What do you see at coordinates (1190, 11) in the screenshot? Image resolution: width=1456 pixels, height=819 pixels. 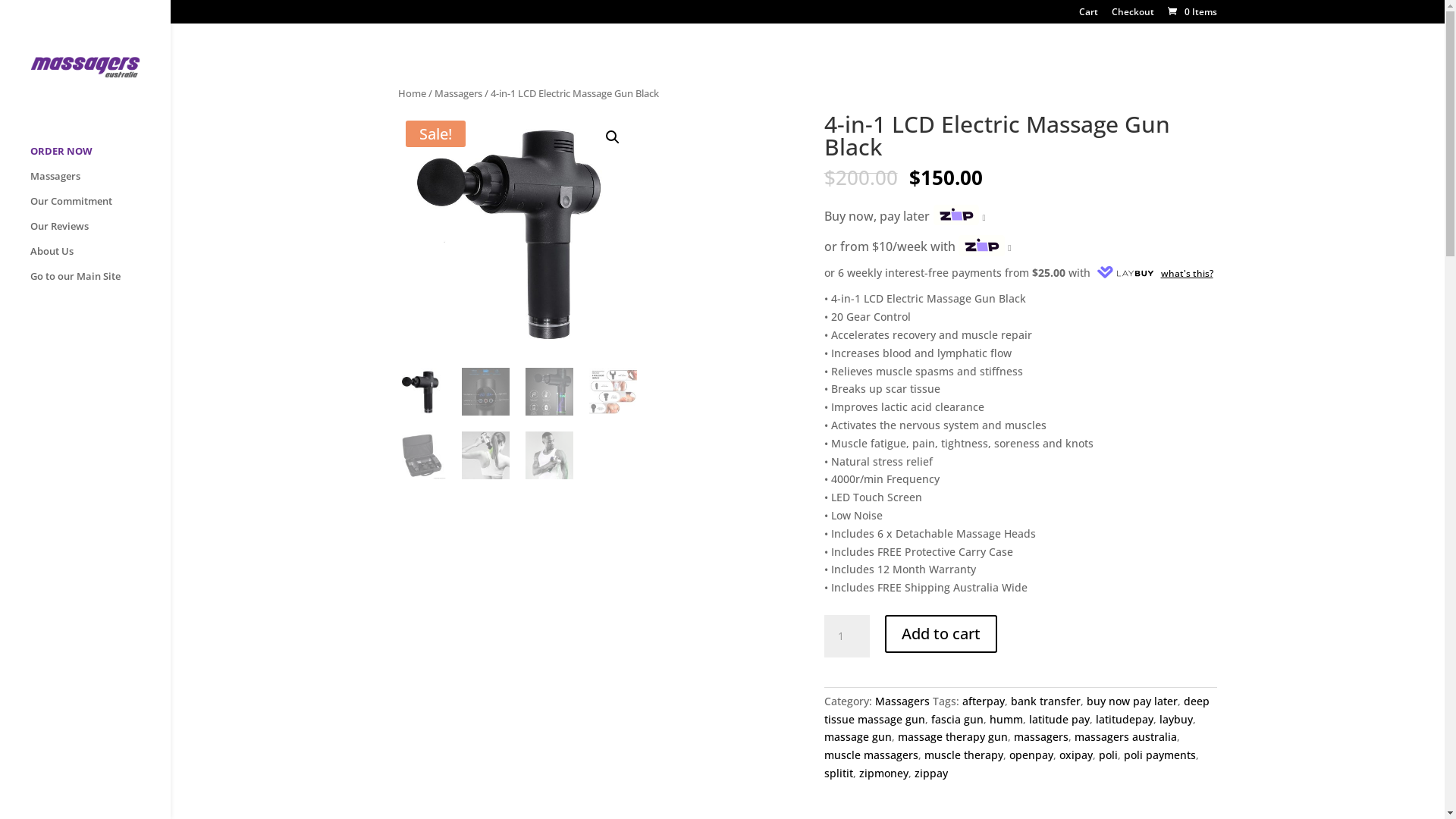 I see `'0 Items'` at bounding box center [1190, 11].